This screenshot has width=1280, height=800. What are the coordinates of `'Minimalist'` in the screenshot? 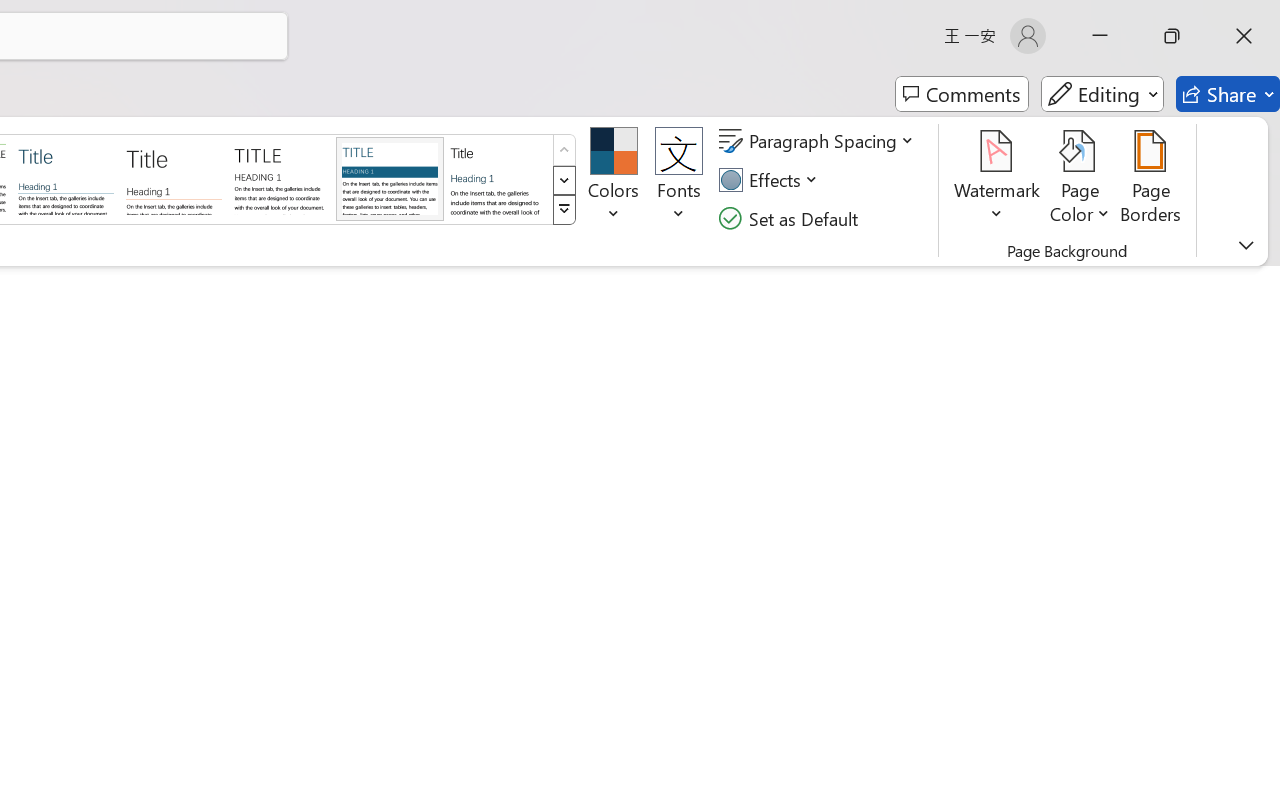 It's located at (280, 177).